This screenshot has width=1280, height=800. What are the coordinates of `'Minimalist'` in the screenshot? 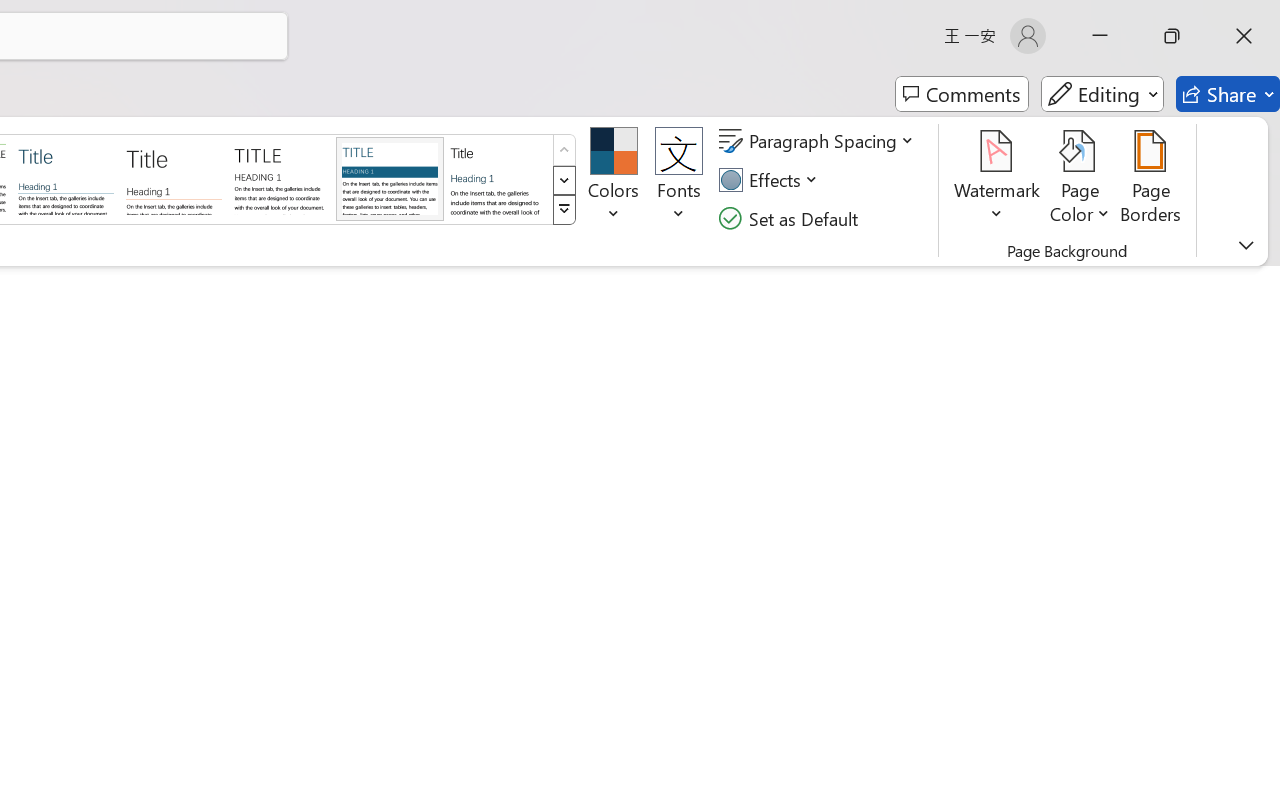 It's located at (280, 177).